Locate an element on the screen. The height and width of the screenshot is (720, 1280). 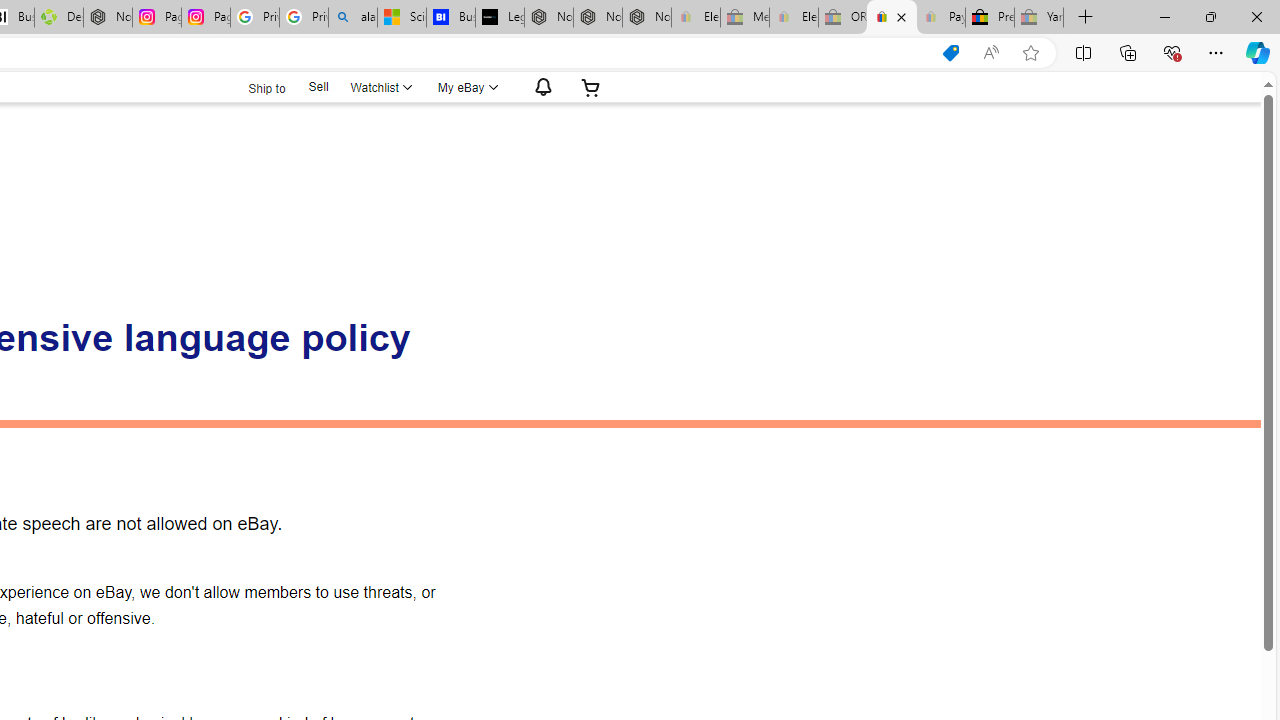
'alabama high school quarterback dies - Search' is located at coordinates (353, 17).